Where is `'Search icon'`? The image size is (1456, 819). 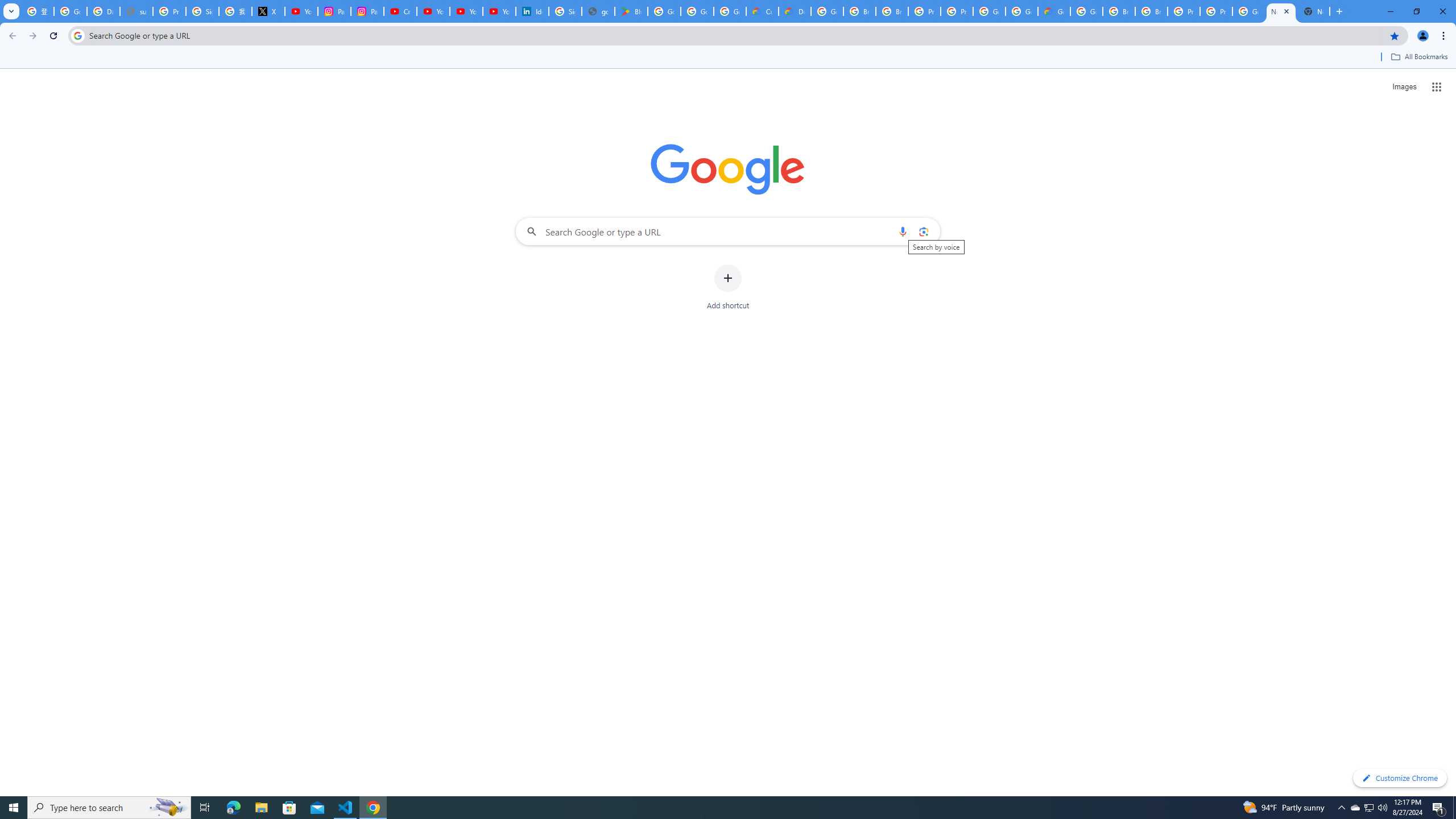 'Search icon' is located at coordinates (77, 35).